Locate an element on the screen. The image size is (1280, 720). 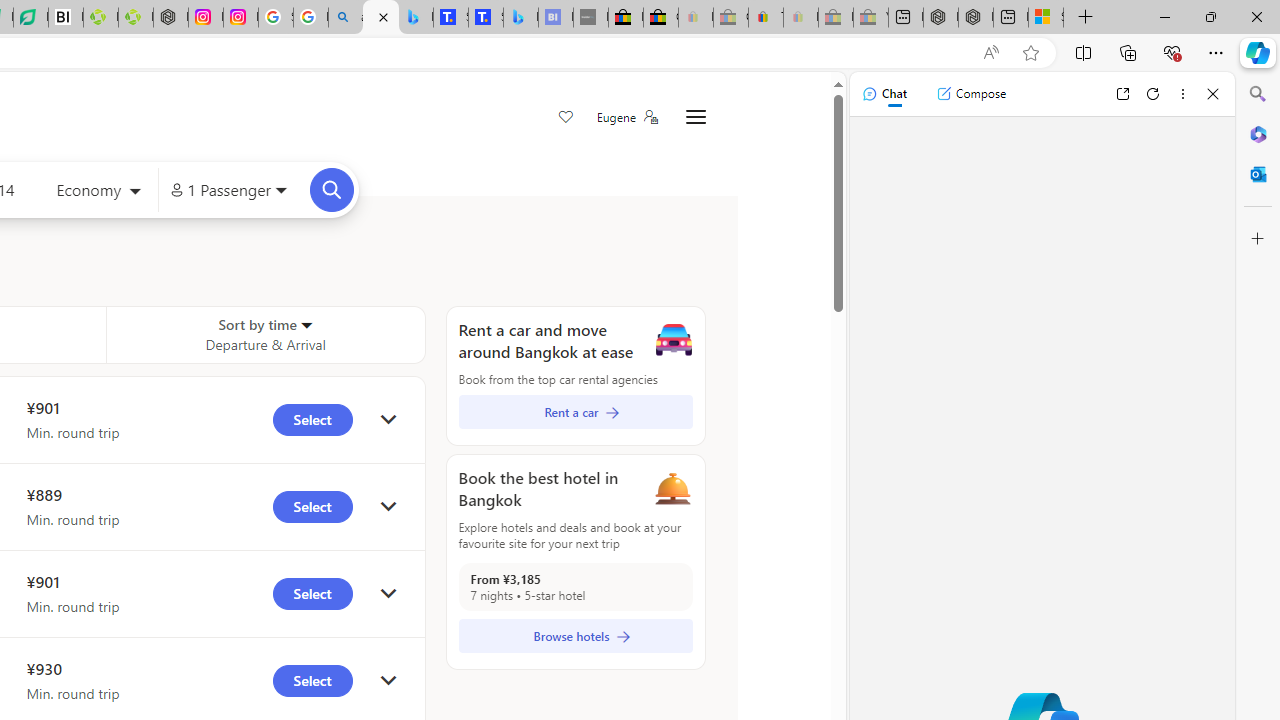
'Save' is located at coordinates (564, 118).